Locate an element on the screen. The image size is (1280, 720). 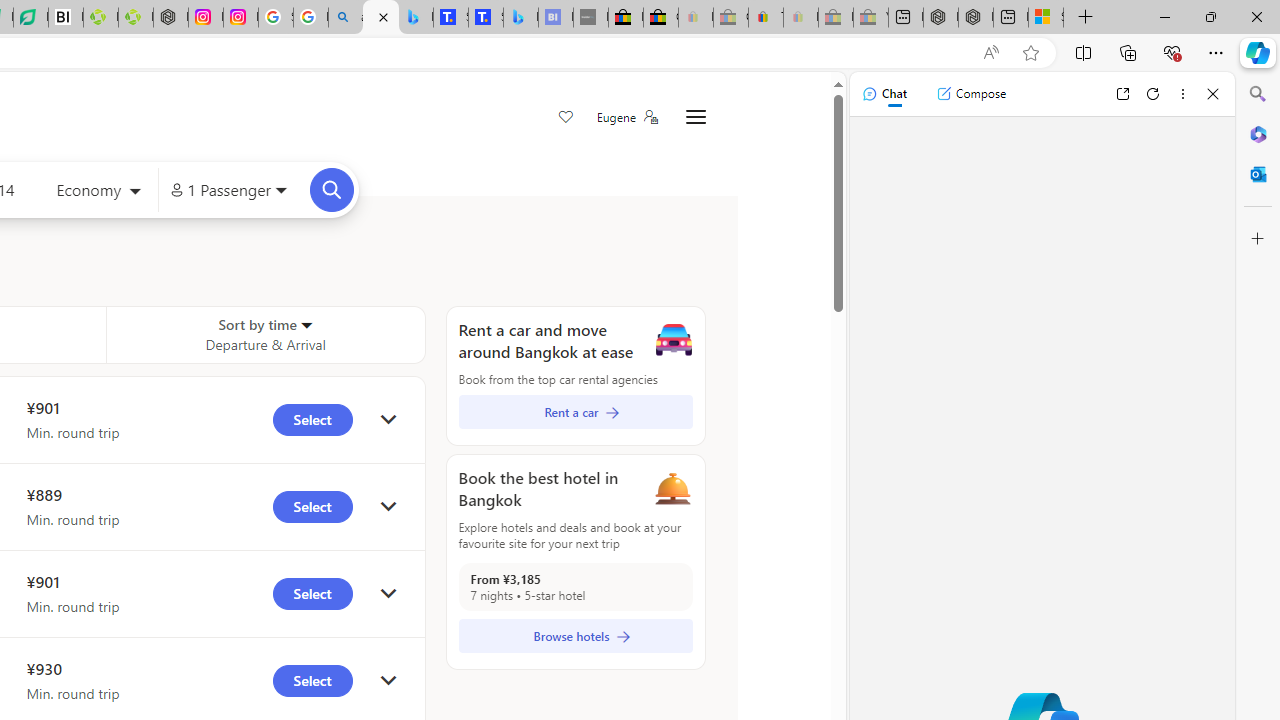
'Save' is located at coordinates (564, 118).